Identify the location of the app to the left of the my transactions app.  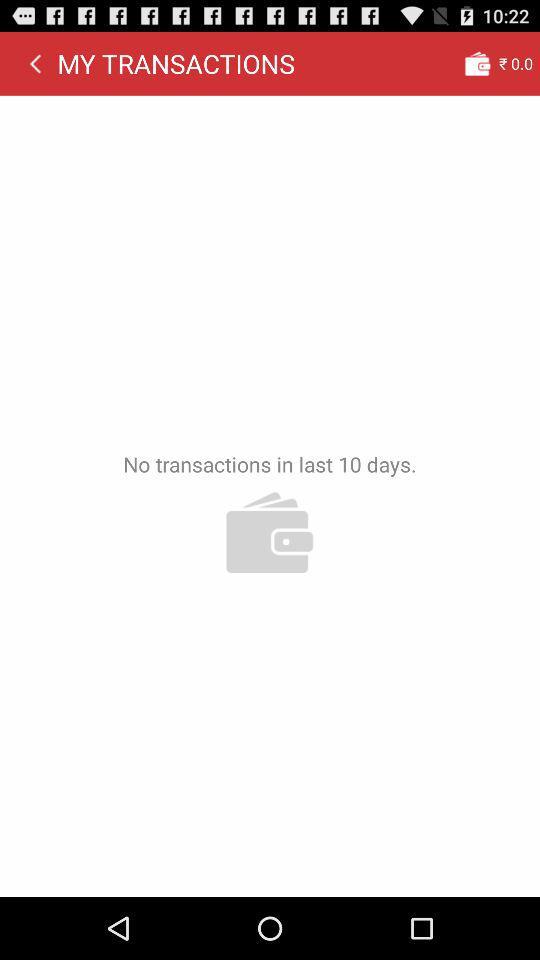
(35, 63).